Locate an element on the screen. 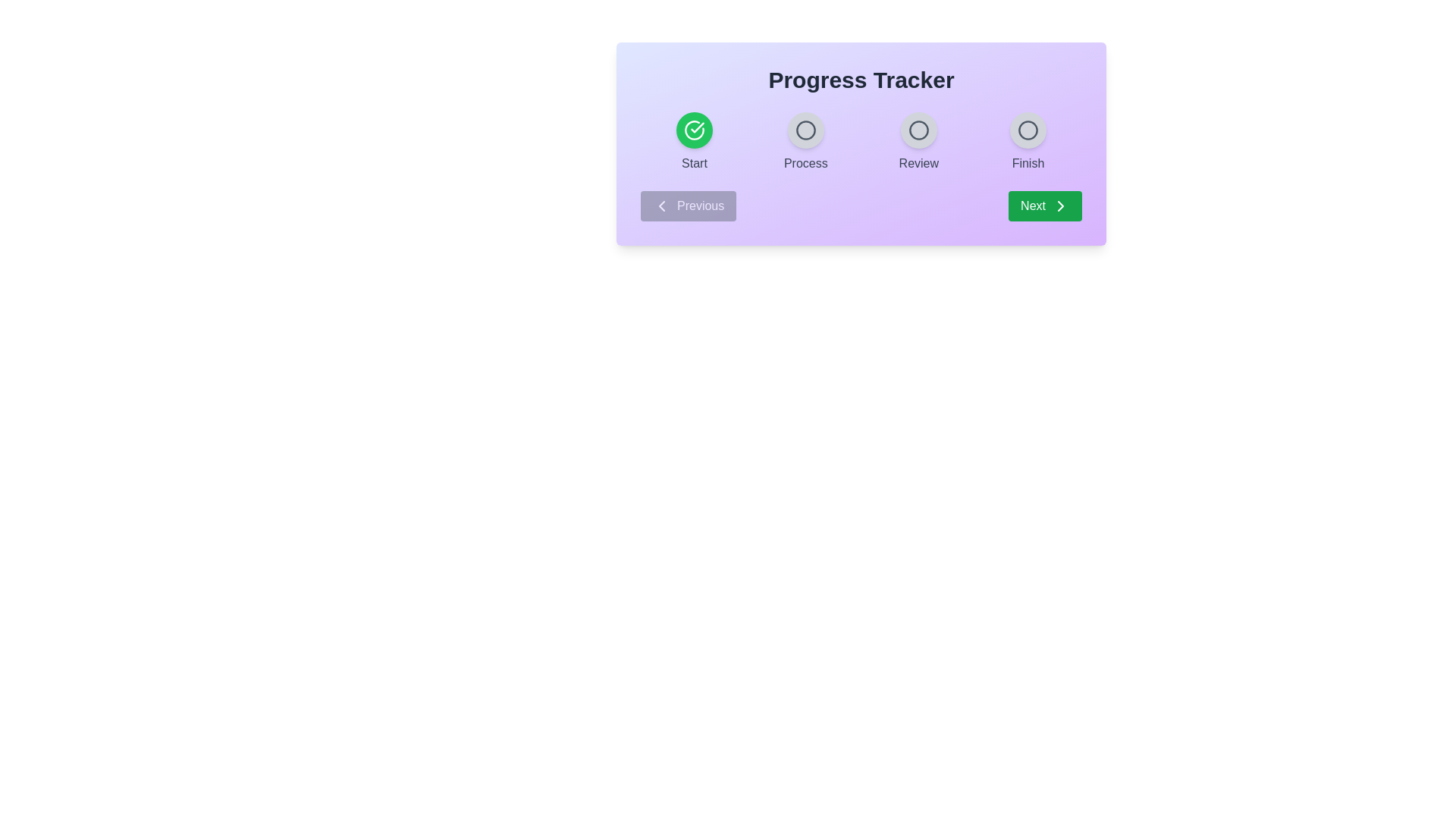 Image resolution: width=1456 pixels, height=819 pixels. the circular icon segment of the progress tracker that represents the outer border of a checkmark, positioned left of the text 'Start' is located at coordinates (694, 130).